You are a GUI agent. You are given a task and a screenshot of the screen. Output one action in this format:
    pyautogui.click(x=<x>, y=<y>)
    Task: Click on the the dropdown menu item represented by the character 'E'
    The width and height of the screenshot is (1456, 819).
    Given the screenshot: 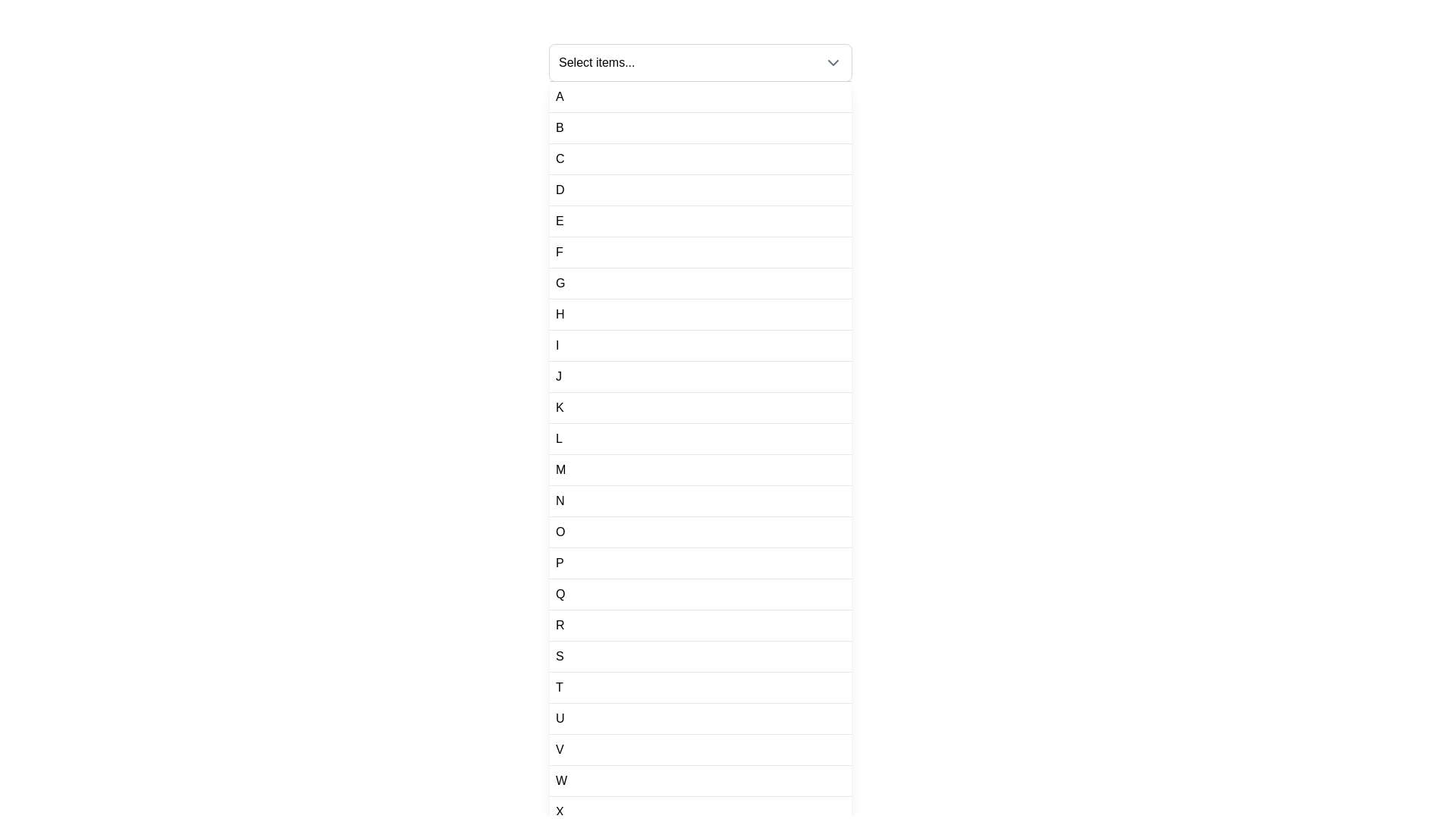 What is the action you would take?
    pyautogui.click(x=559, y=221)
    